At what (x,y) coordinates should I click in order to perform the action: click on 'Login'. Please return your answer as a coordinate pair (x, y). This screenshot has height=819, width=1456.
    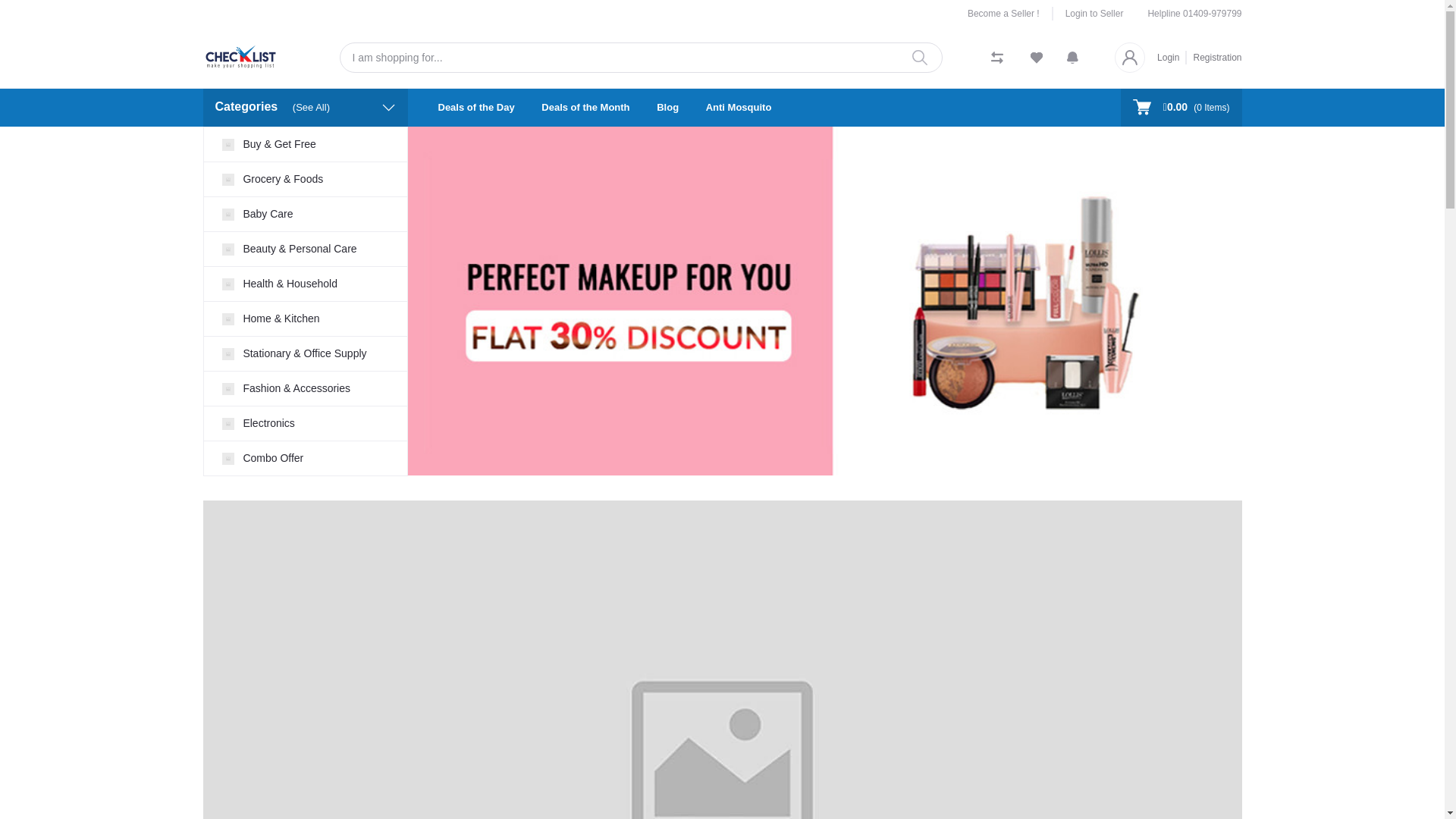
    Looking at the image, I should click on (1156, 55).